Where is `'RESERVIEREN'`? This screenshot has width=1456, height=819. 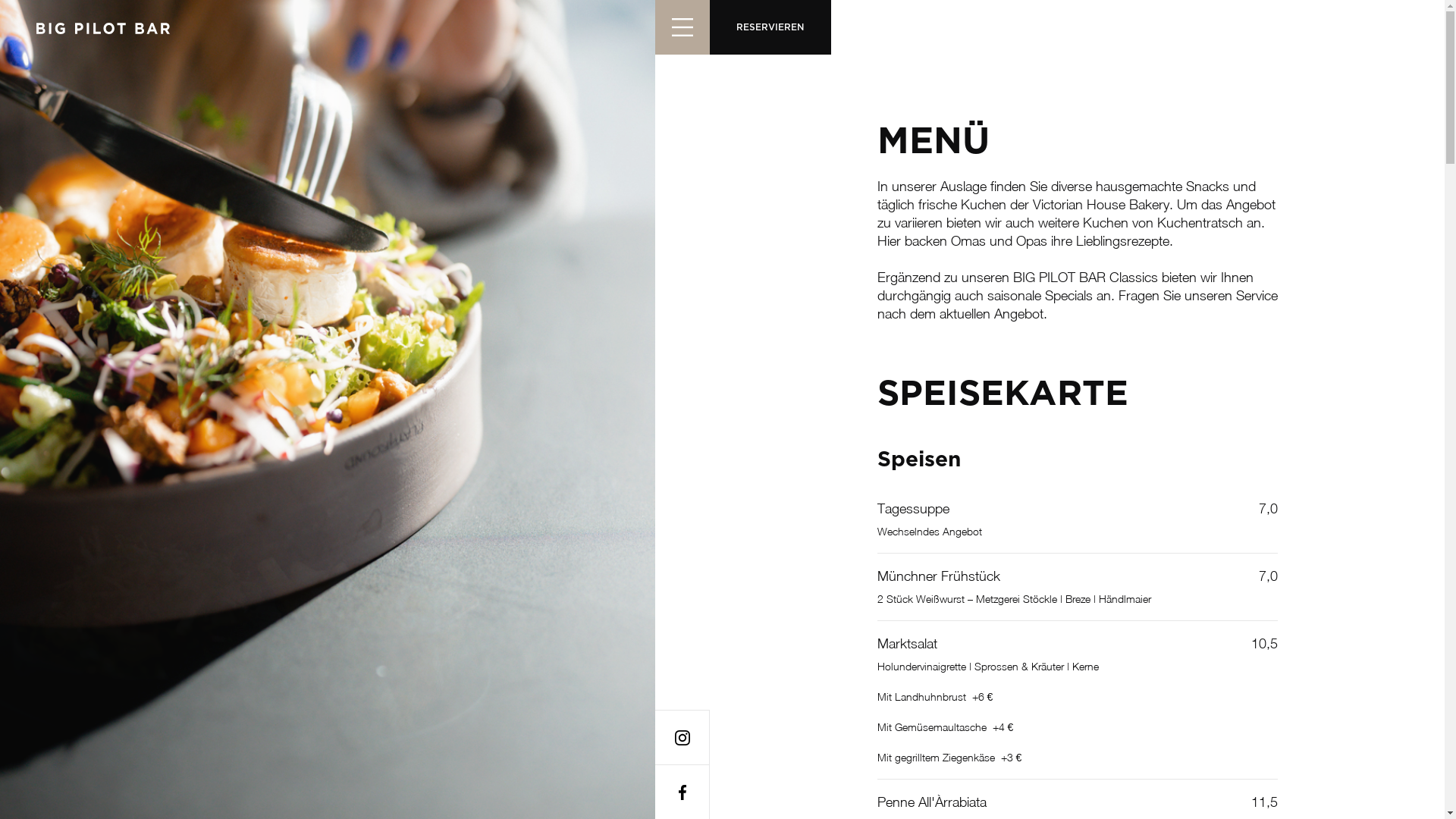 'RESERVIEREN' is located at coordinates (770, 27).